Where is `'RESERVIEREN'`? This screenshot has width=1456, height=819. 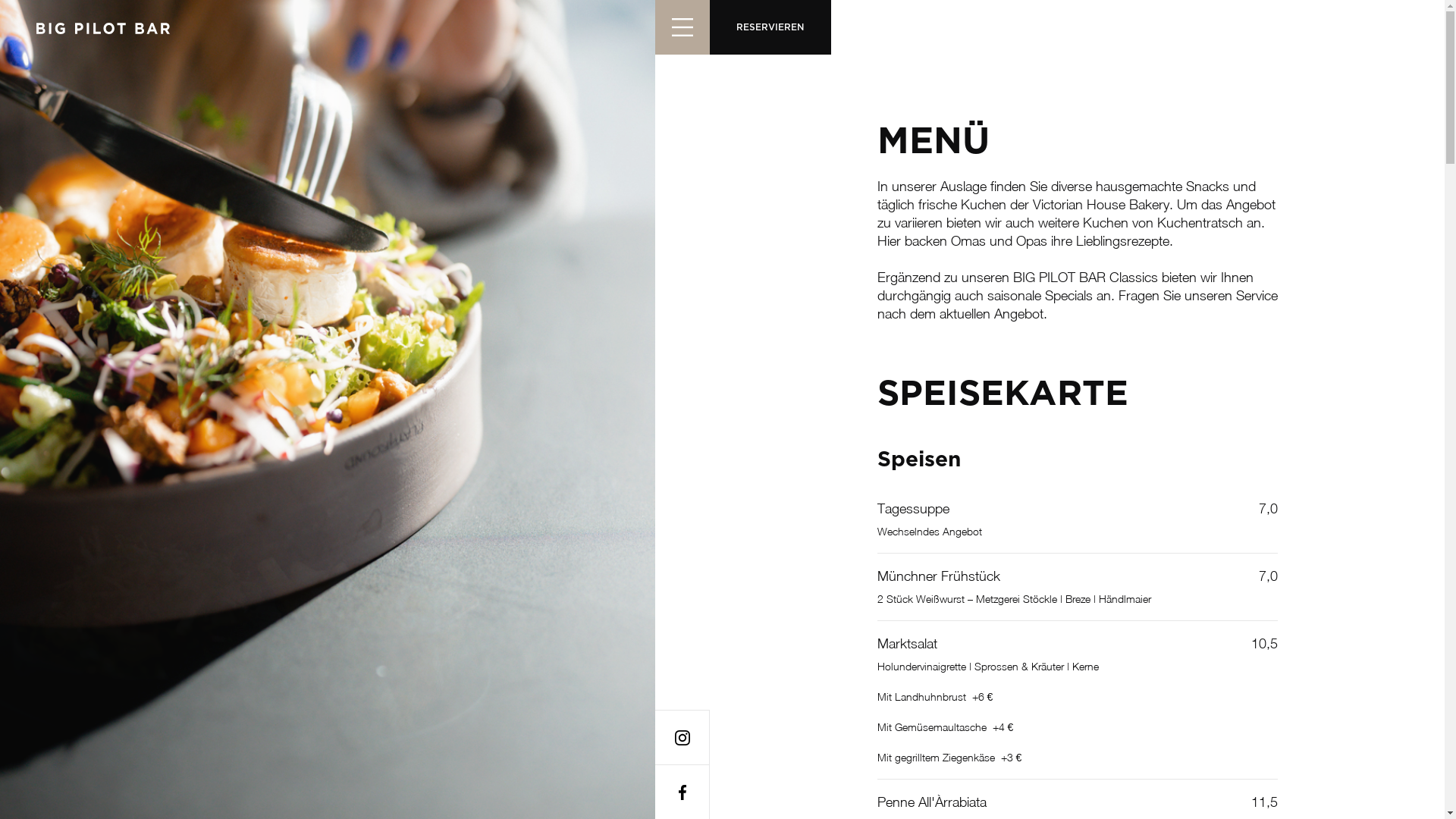 'RESERVIEREN' is located at coordinates (770, 27).